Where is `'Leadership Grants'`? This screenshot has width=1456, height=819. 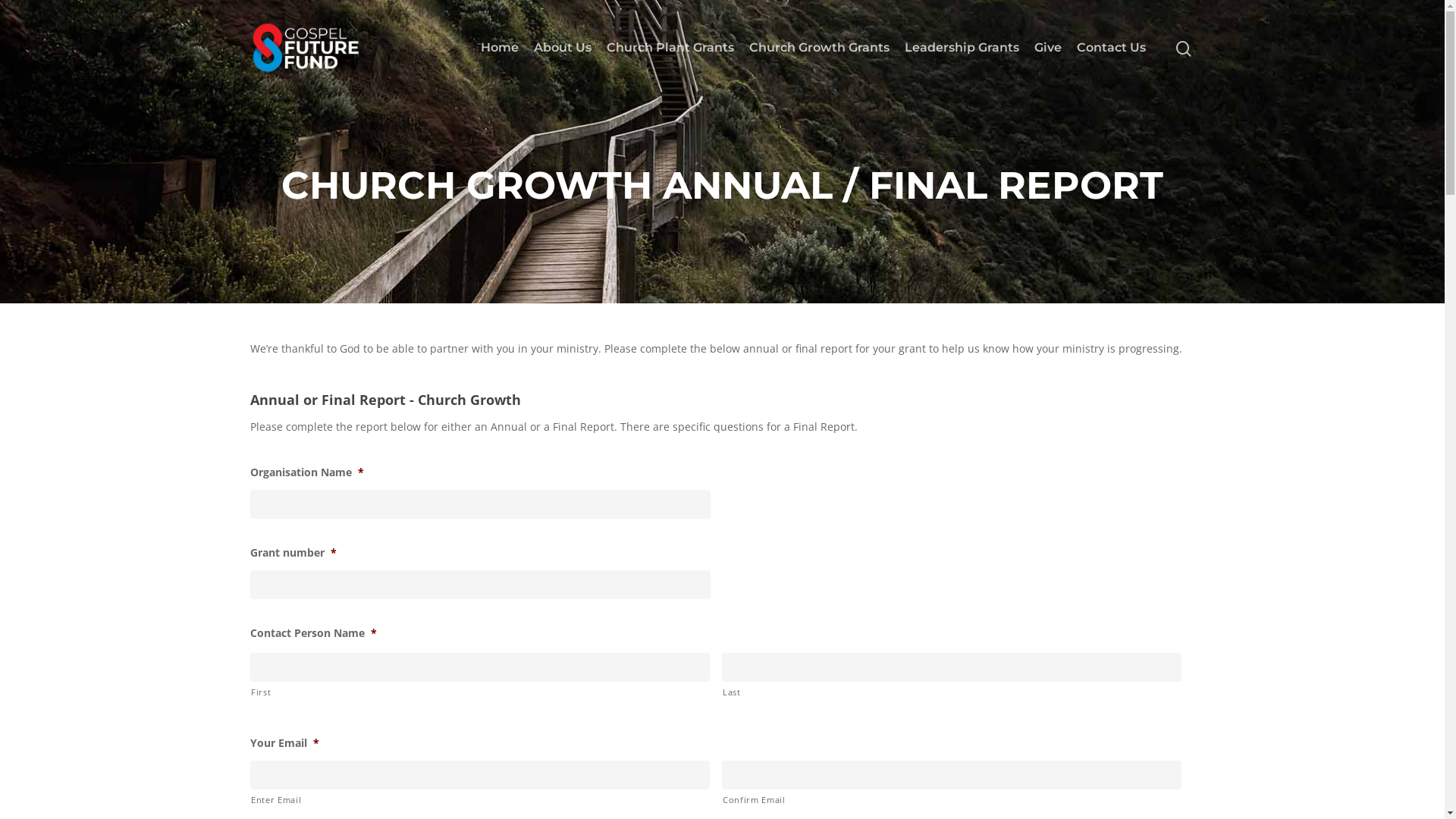 'Leadership Grants' is located at coordinates (961, 46).